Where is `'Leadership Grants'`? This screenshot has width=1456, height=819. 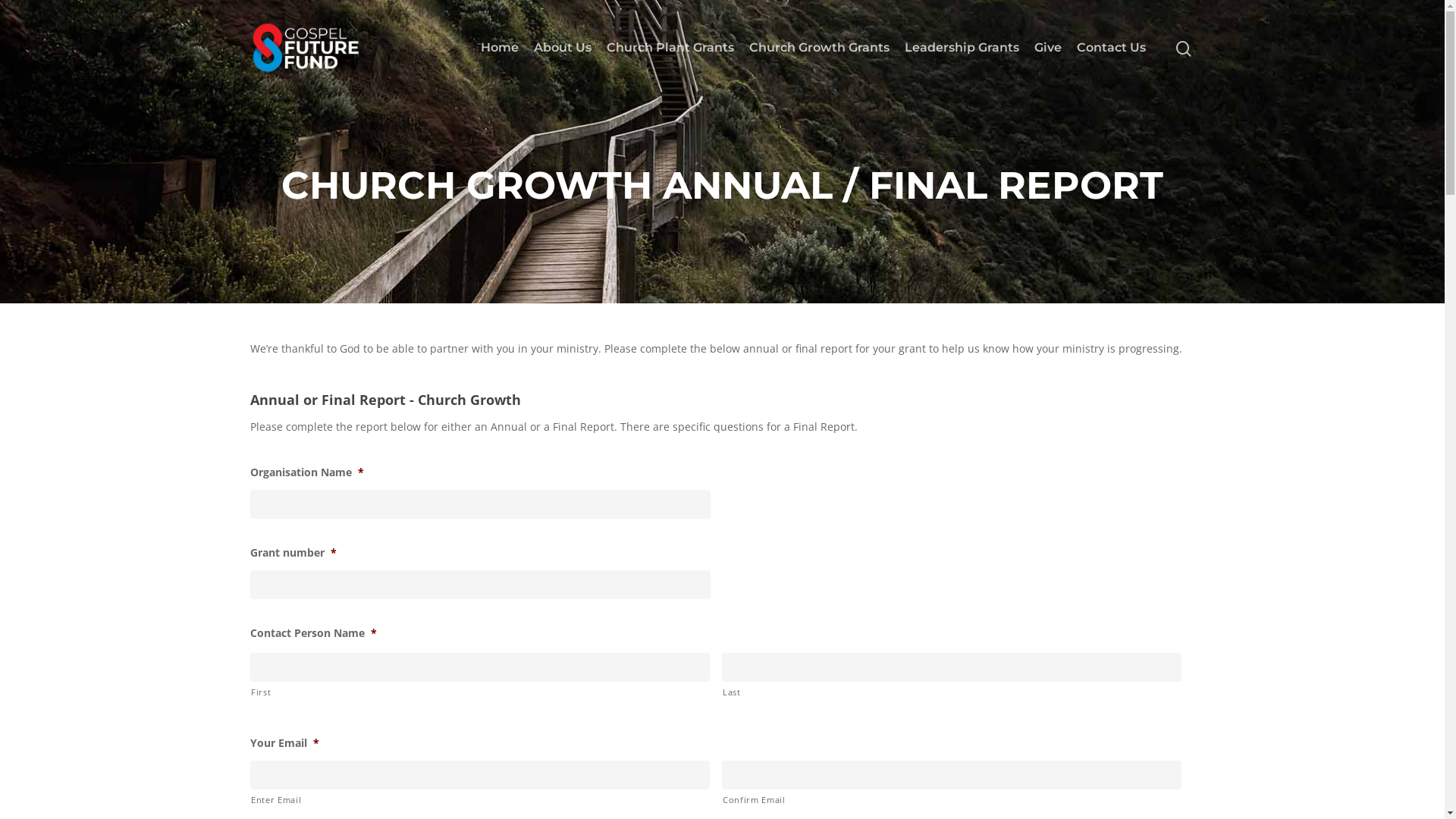 'Leadership Grants' is located at coordinates (961, 46).